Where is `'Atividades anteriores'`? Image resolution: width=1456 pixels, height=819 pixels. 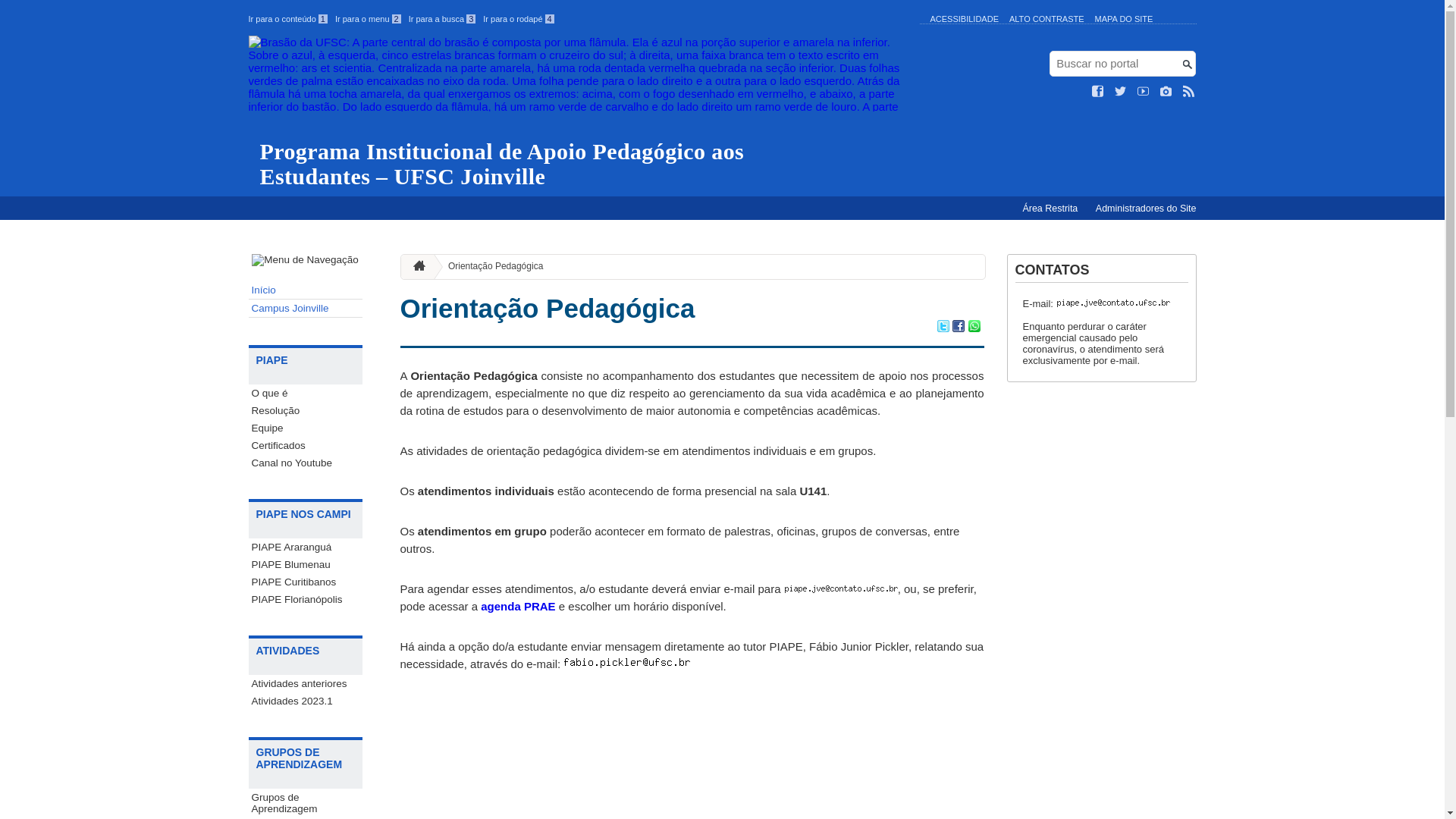 'Atividades anteriores' is located at coordinates (305, 683).